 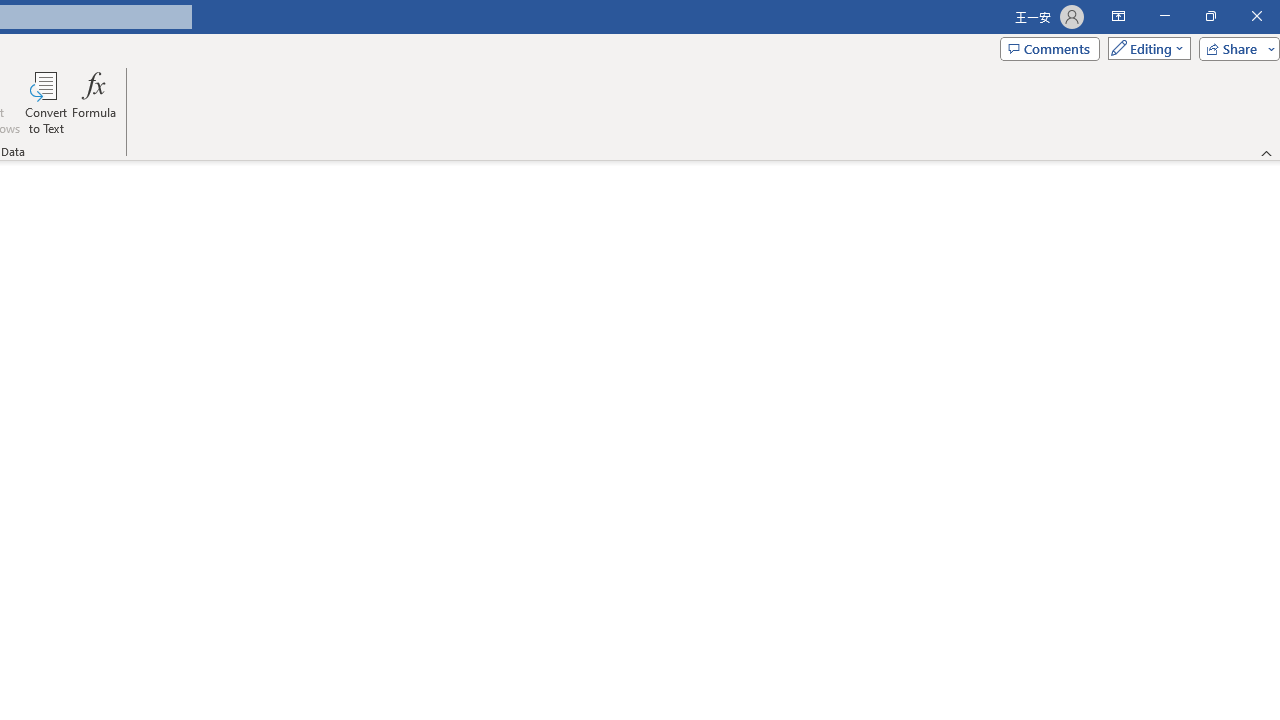 What do you see at coordinates (1209, 16) in the screenshot?
I see `'Restore Down'` at bounding box center [1209, 16].